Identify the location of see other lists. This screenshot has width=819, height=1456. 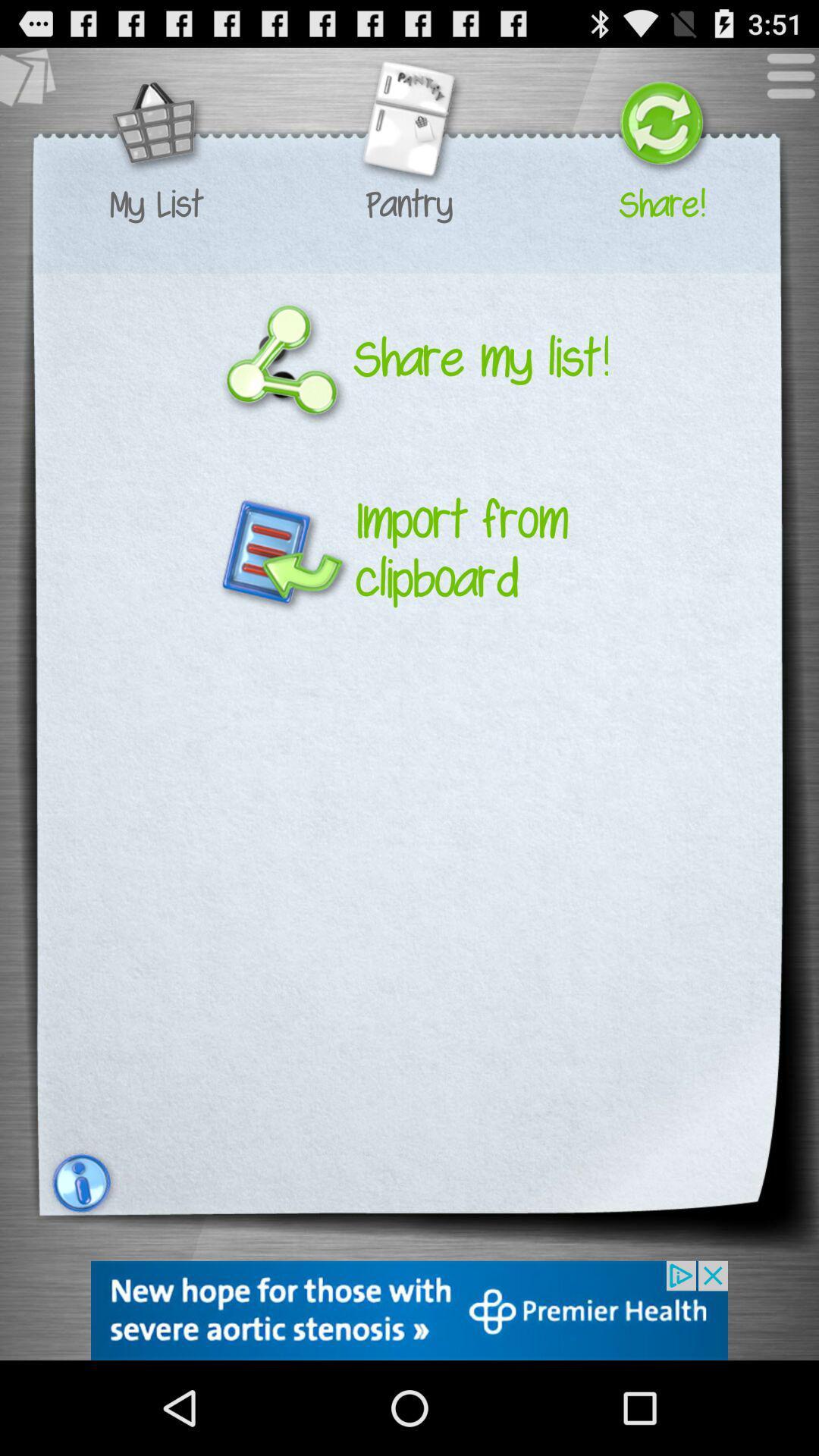
(35, 83).